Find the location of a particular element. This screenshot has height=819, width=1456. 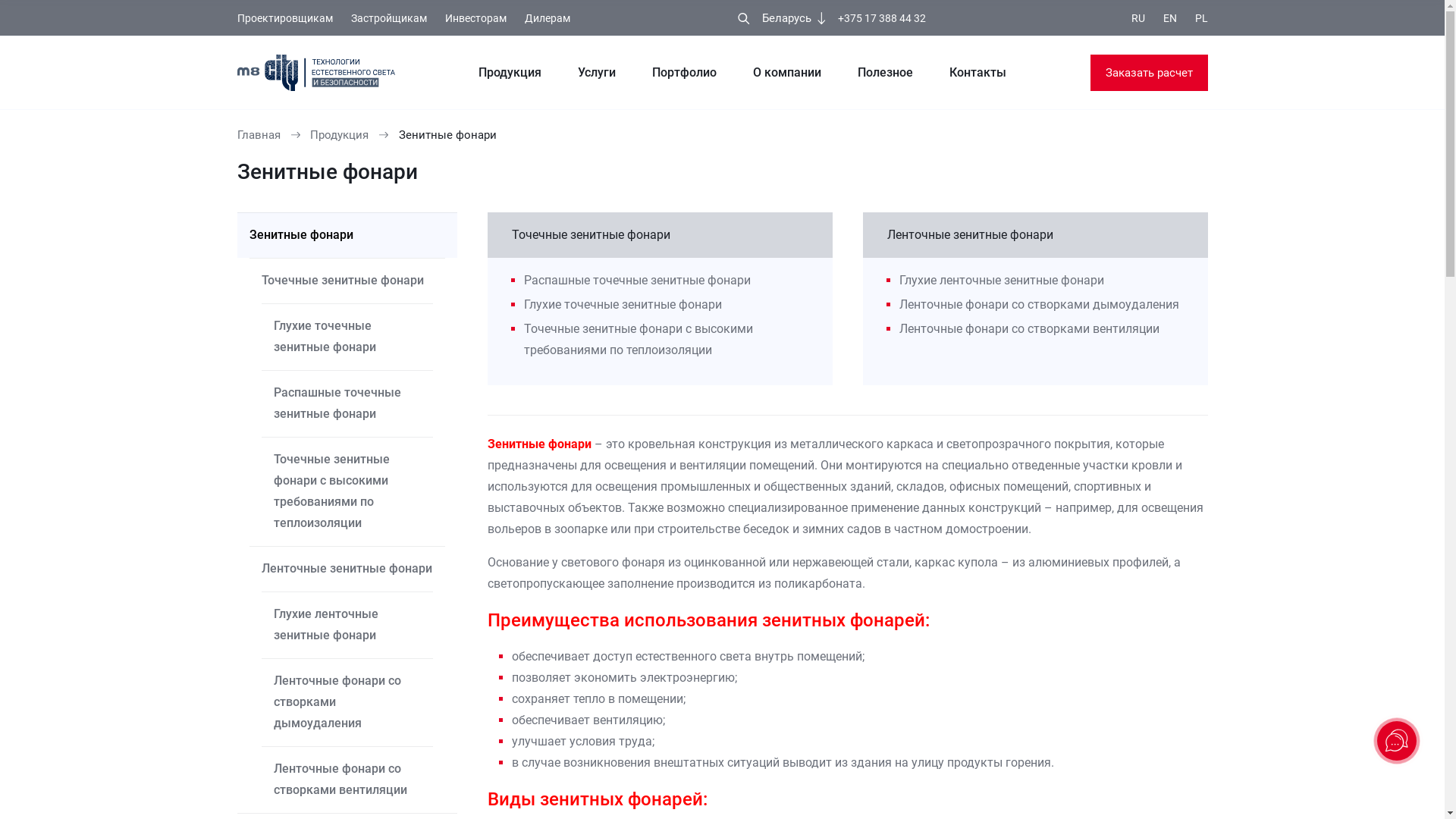

'+375 17 388 44 32' is located at coordinates (881, 18).